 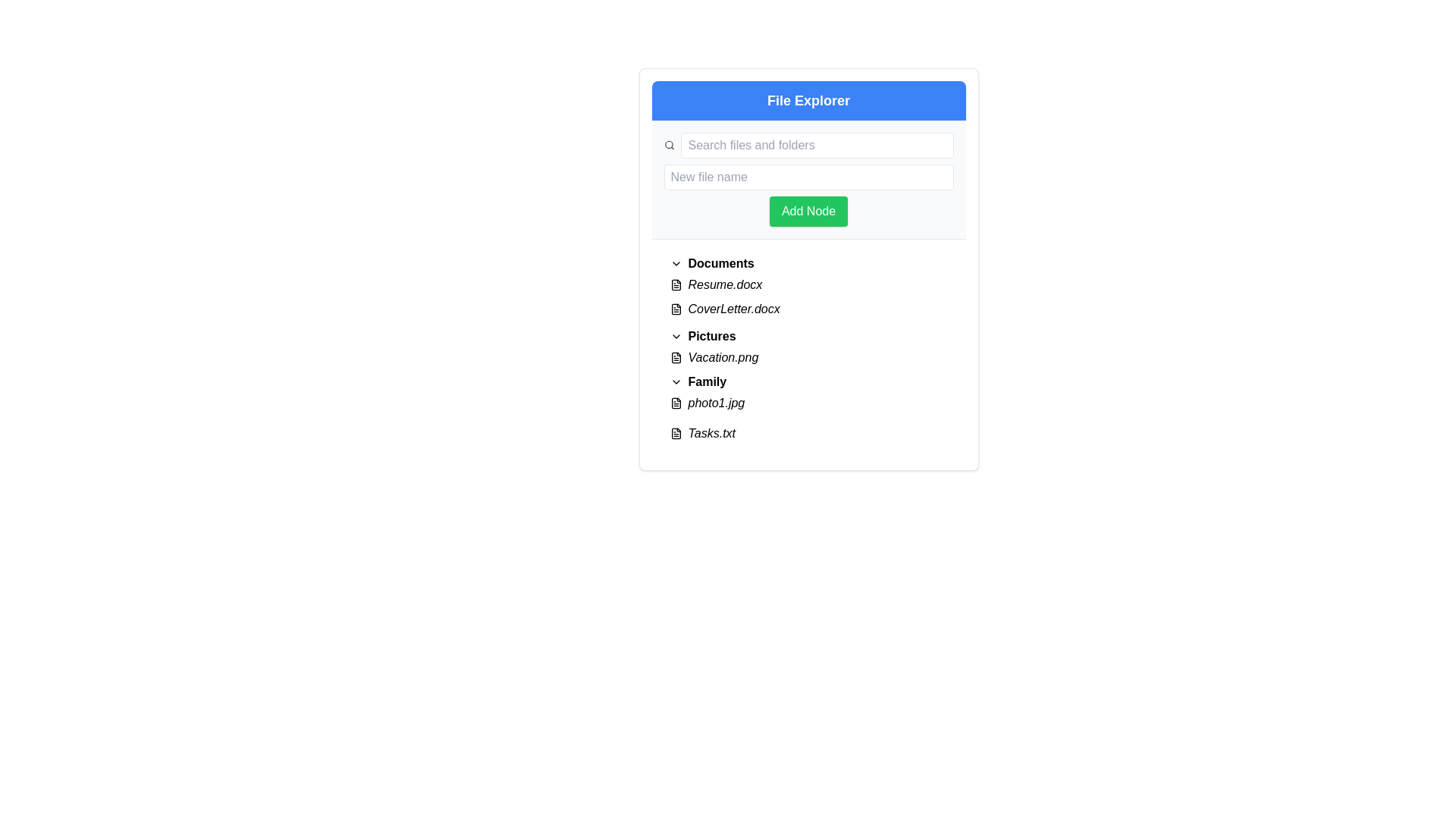 What do you see at coordinates (808, 403) in the screenshot?
I see `to select the file named 'photo1.jpg' which is the second item in the 'Family' folder under the 'Pictures' folder` at bounding box center [808, 403].